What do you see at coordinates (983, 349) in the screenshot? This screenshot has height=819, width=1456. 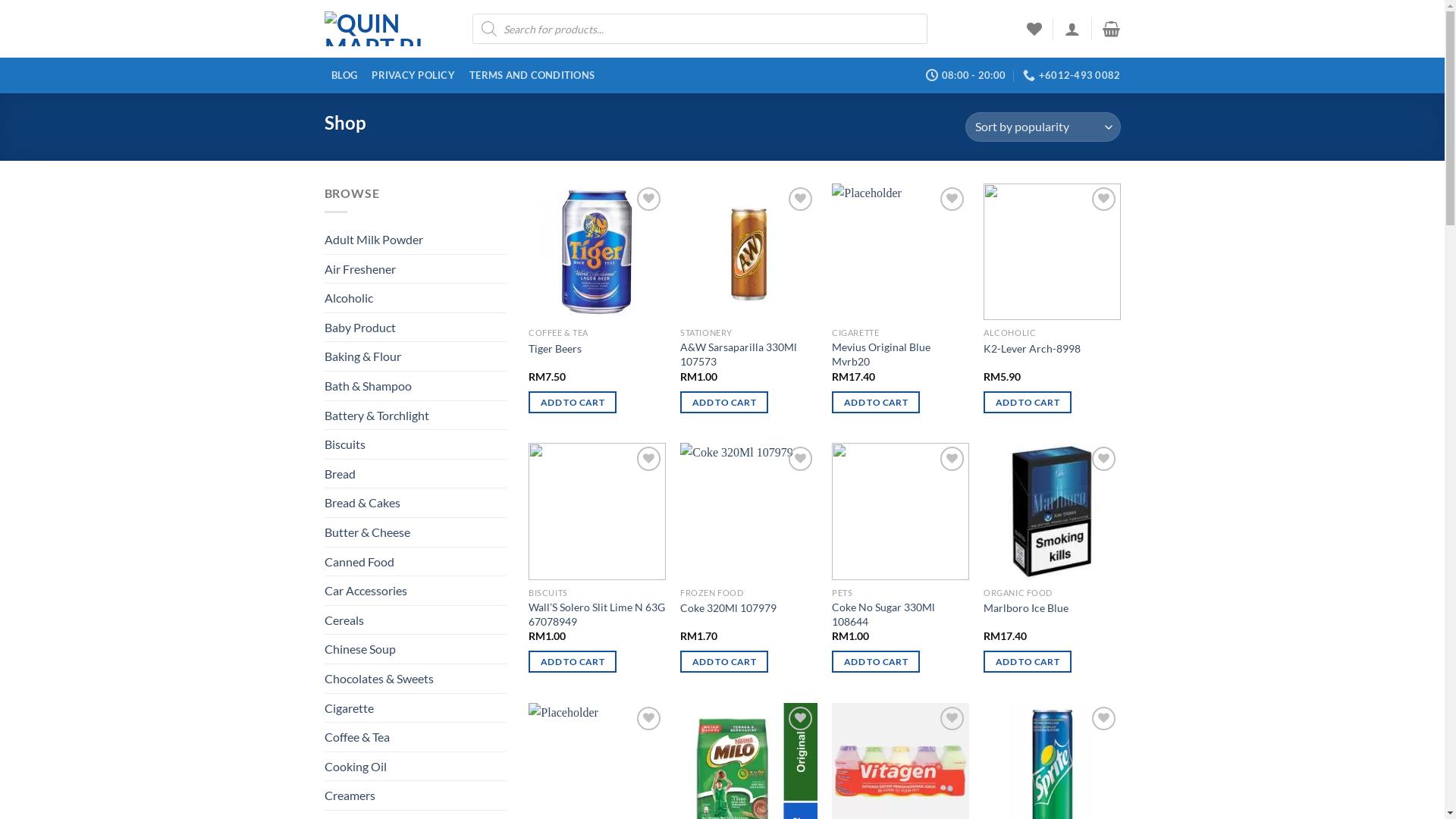 I see `'K2-Lever Arch-8998'` at bounding box center [983, 349].